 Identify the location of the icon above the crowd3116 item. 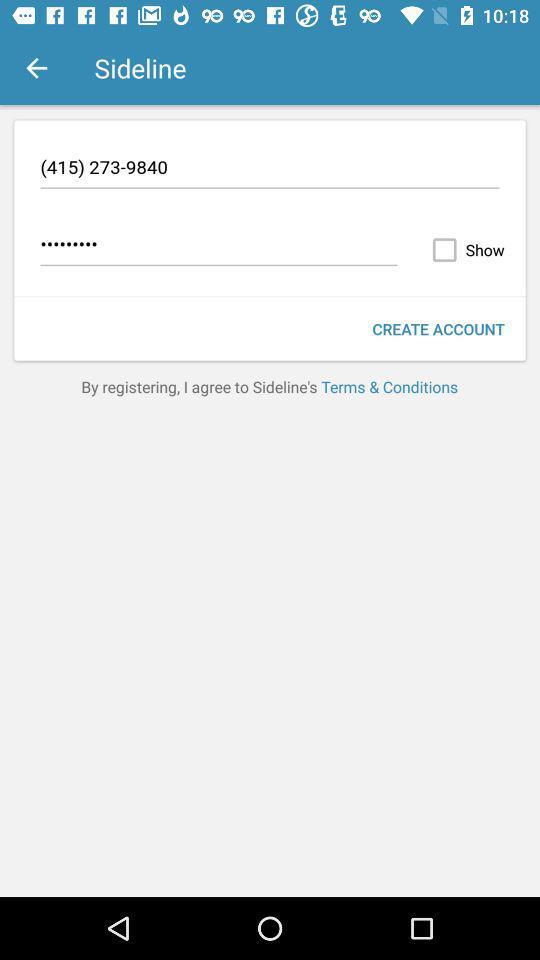
(270, 169).